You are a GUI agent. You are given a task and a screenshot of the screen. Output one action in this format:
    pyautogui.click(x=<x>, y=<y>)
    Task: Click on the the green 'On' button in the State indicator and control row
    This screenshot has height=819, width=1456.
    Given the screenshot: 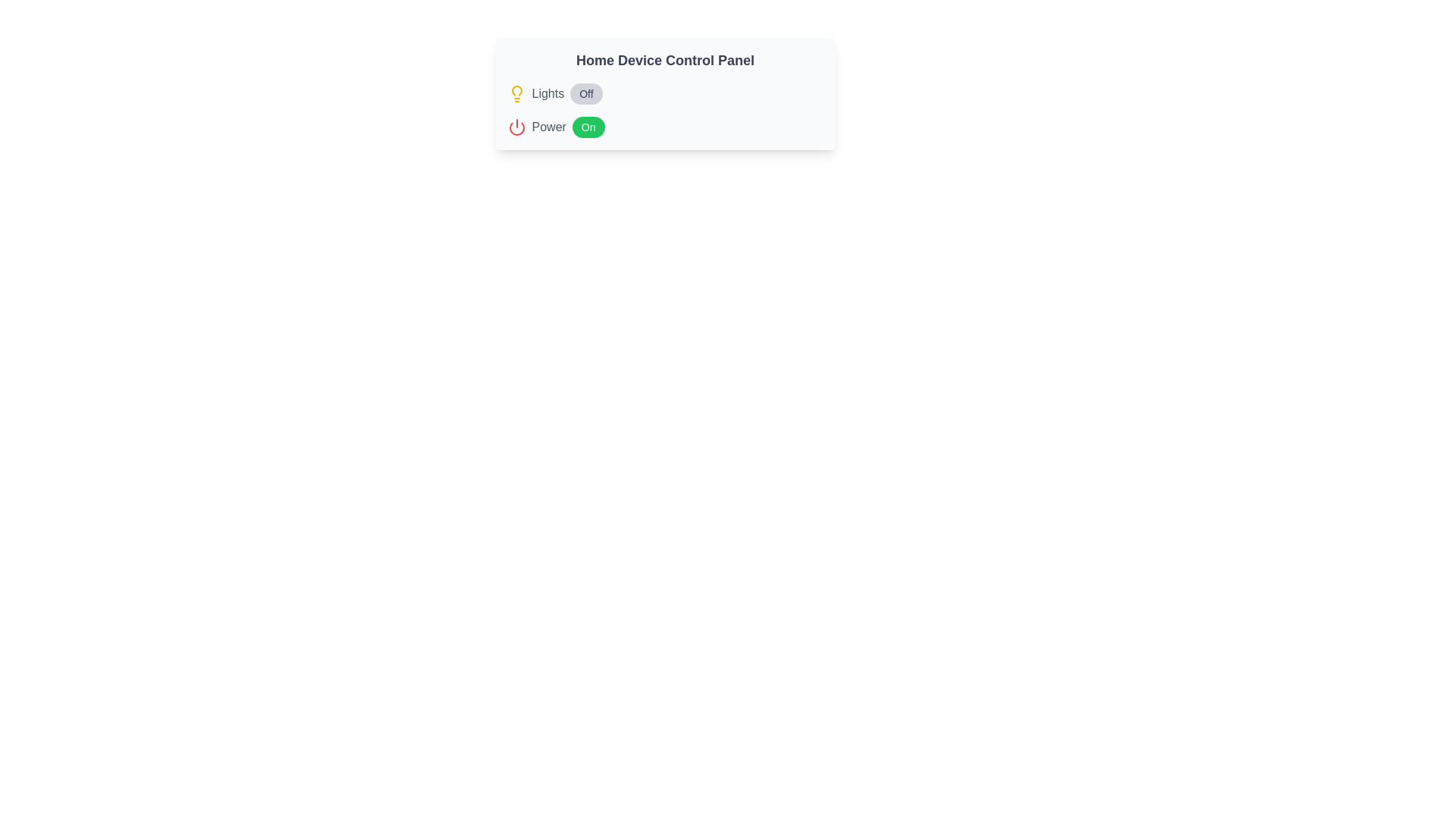 What is the action you would take?
    pyautogui.click(x=665, y=127)
    